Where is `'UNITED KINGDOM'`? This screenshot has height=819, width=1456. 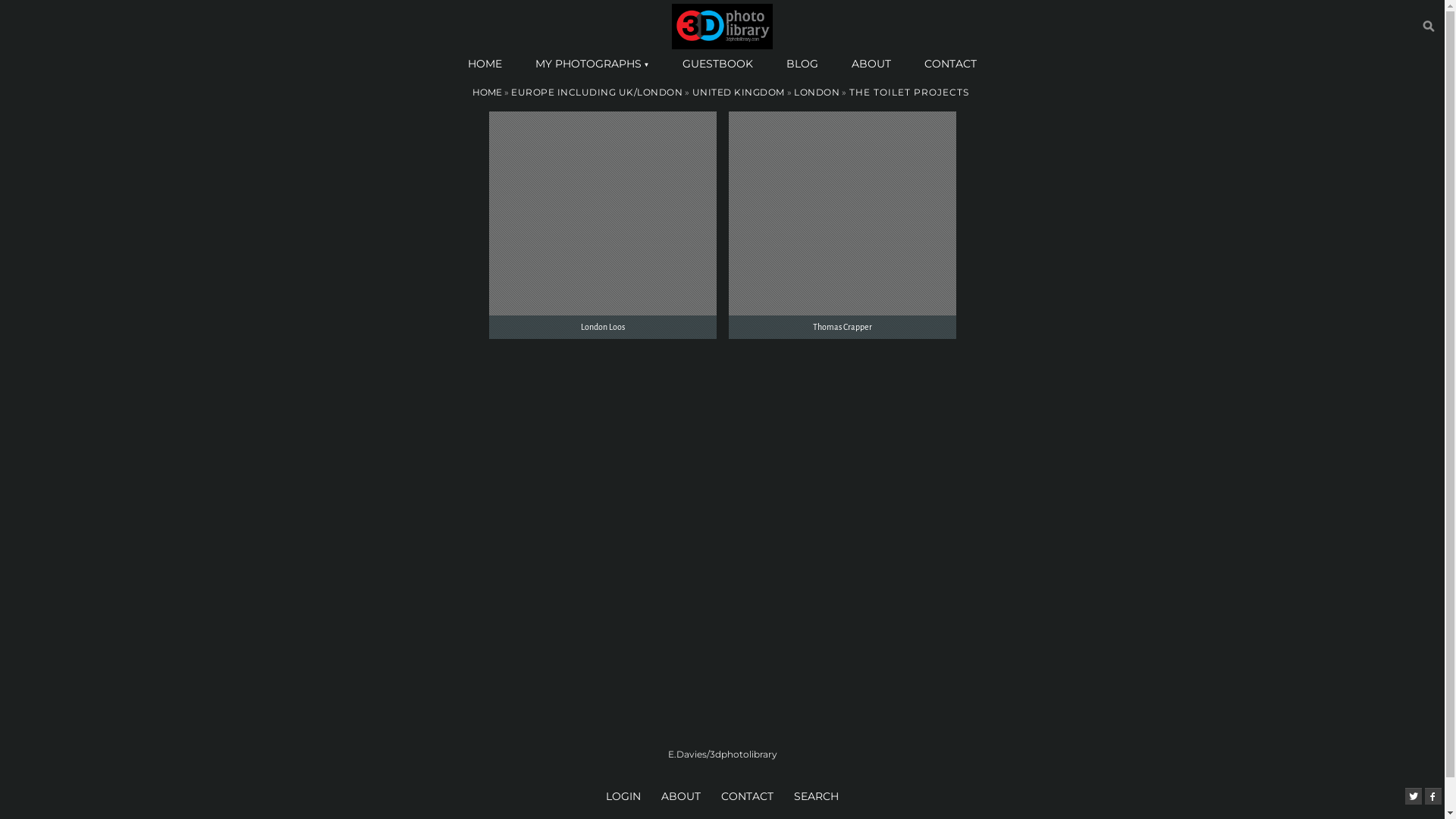 'UNITED KINGDOM' is located at coordinates (738, 92).